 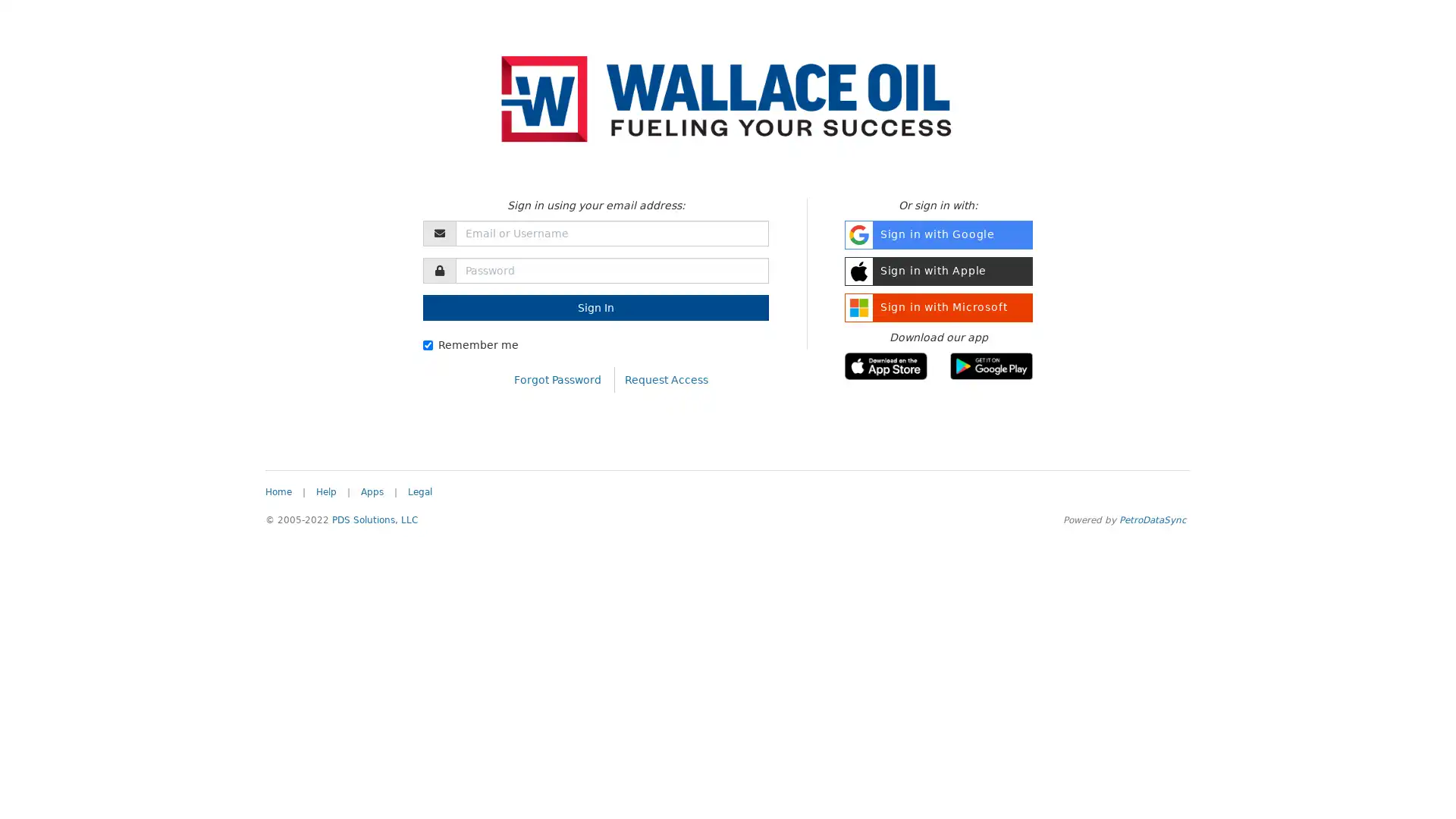 What do you see at coordinates (595, 307) in the screenshot?
I see `Sign In` at bounding box center [595, 307].